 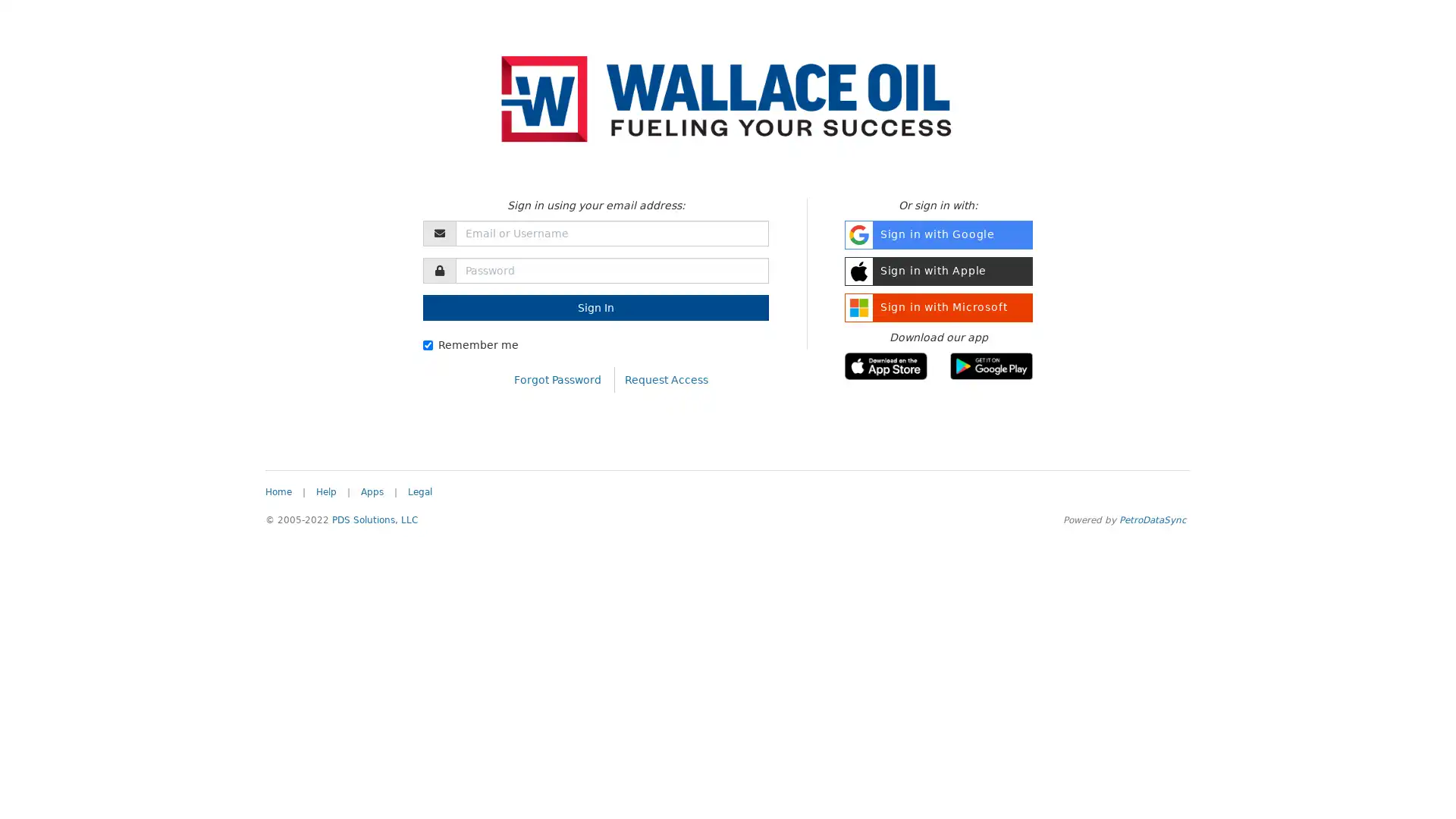 What do you see at coordinates (595, 307) in the screenshot?
I see `Sign In` at bounding box center [595, 307].